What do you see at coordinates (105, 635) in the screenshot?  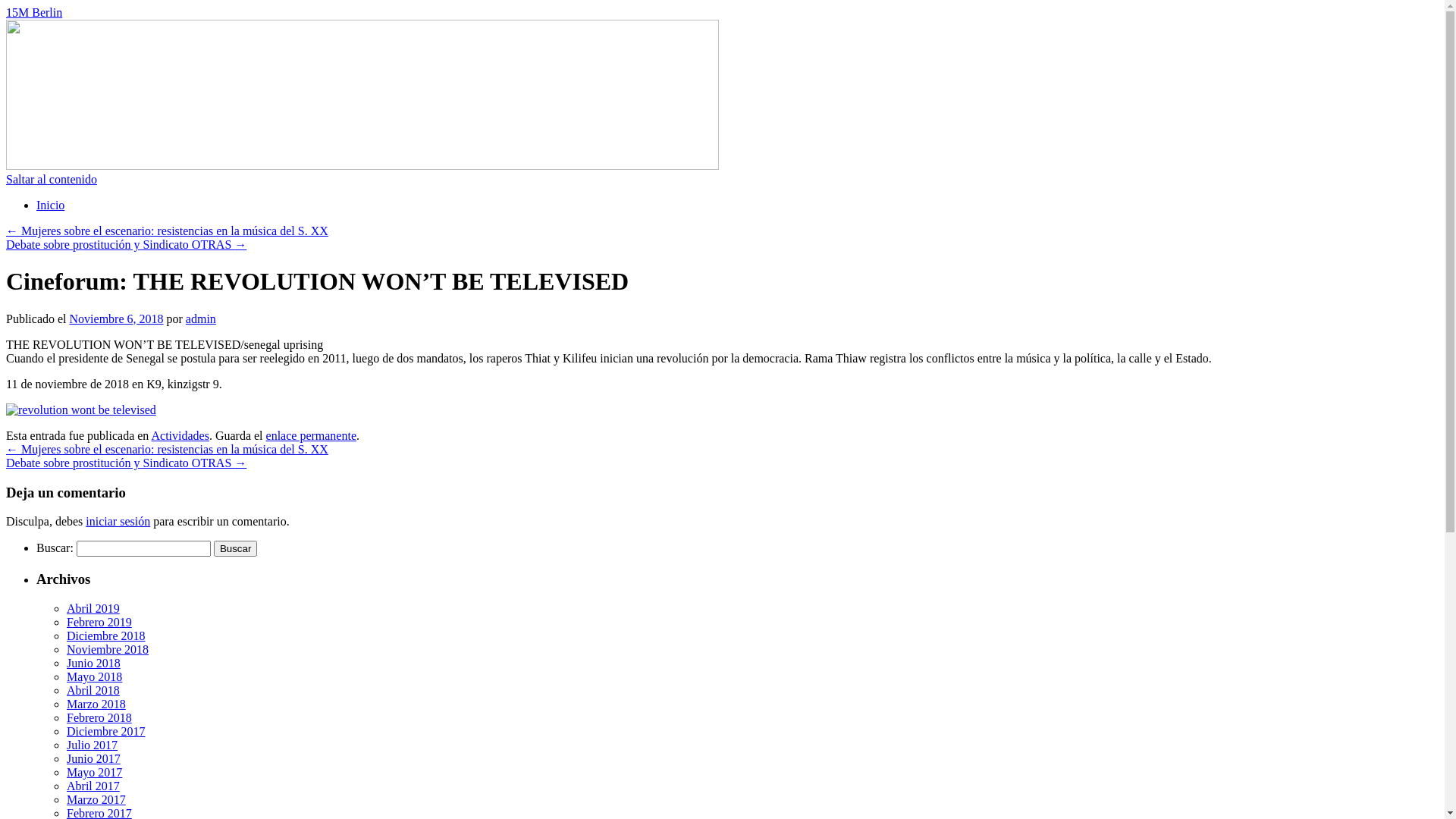 I see `'Diciembre 2018'` at bounding box center [105, 635].